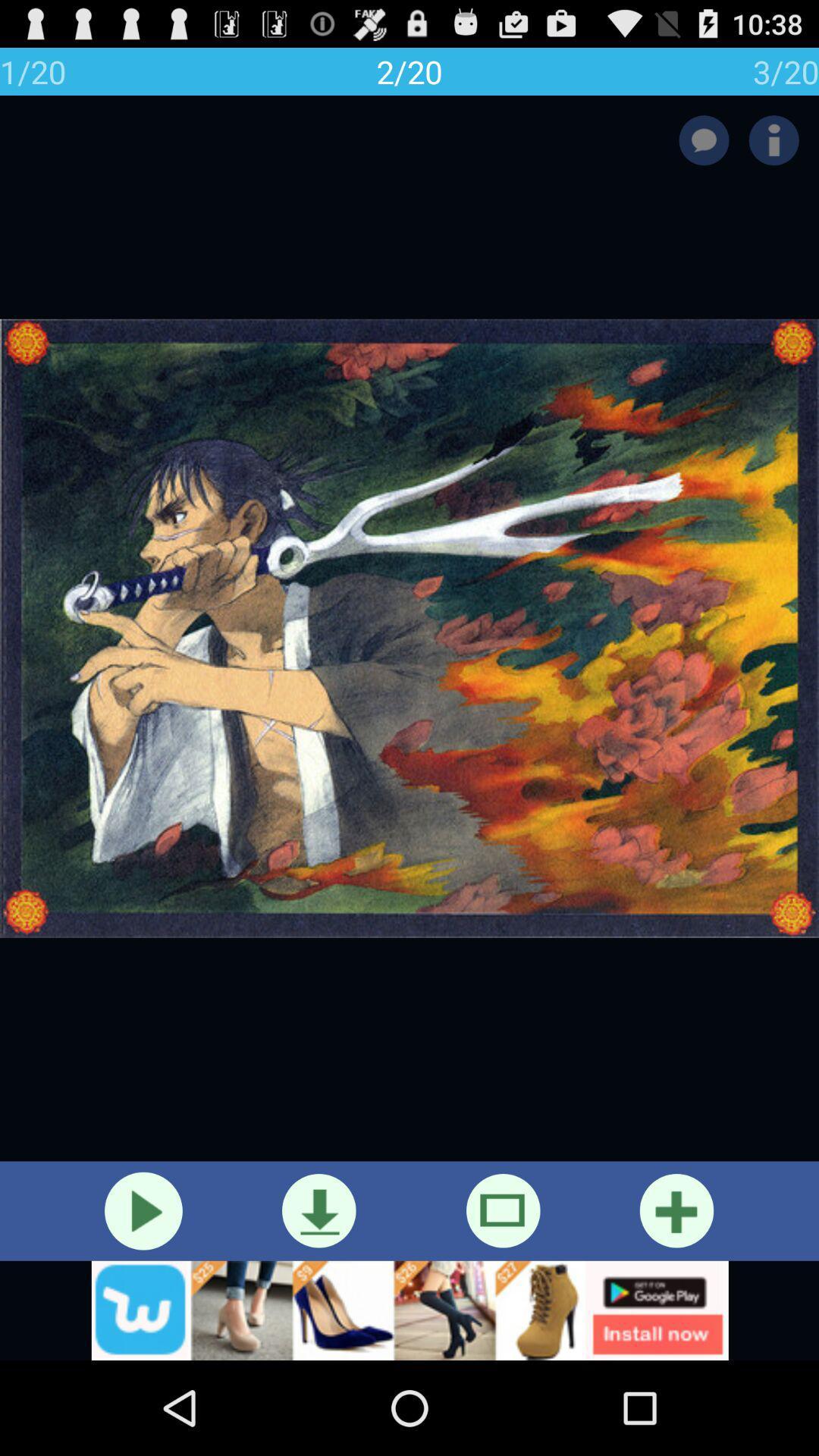 The image size is (819, 1456). Describe the element at coordinates (676, 1210) in the screenshot. I see `to favorites` at that location.